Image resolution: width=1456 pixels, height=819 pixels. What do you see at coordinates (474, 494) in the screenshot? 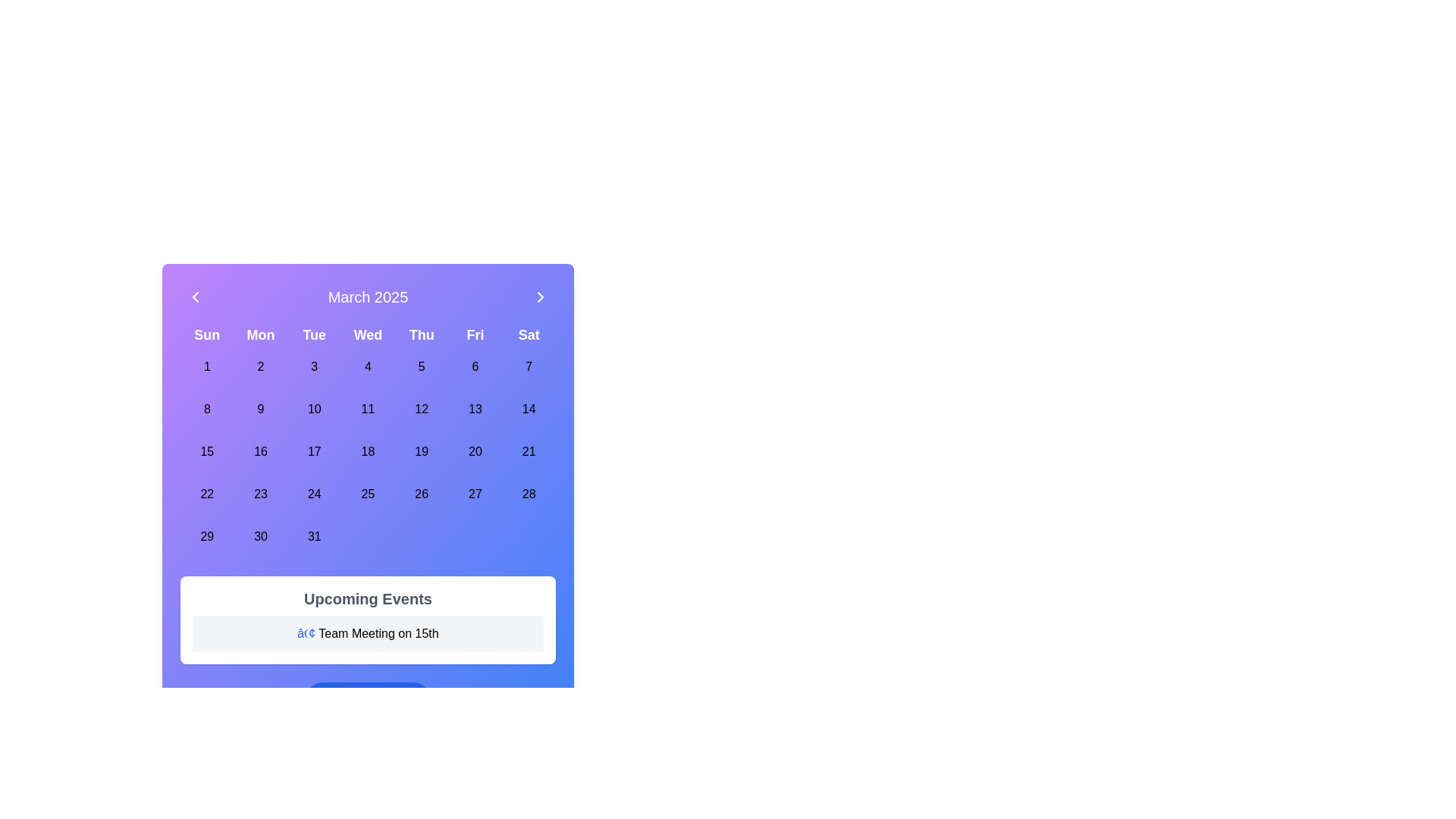
I see `the circular button labeled '27' in the calendar grid` at bounding box center [474, 494].